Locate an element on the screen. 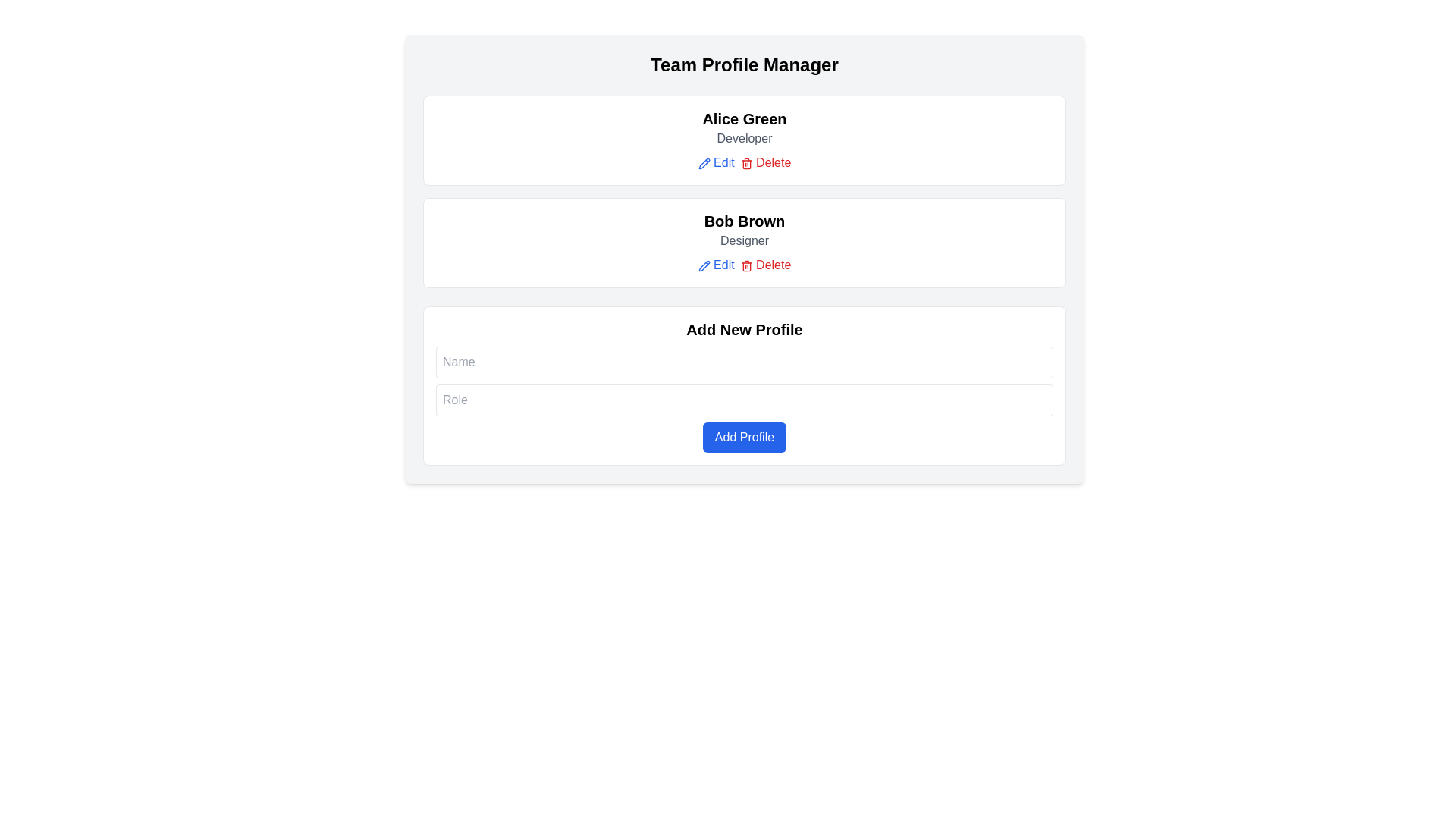 The image size is (1456, 819). the 'Edit' button, which is the first interactive component in the group containing 'Edit' and 'Delete' options for the user 'Bob Brown' is located at coordinates (715, 265).